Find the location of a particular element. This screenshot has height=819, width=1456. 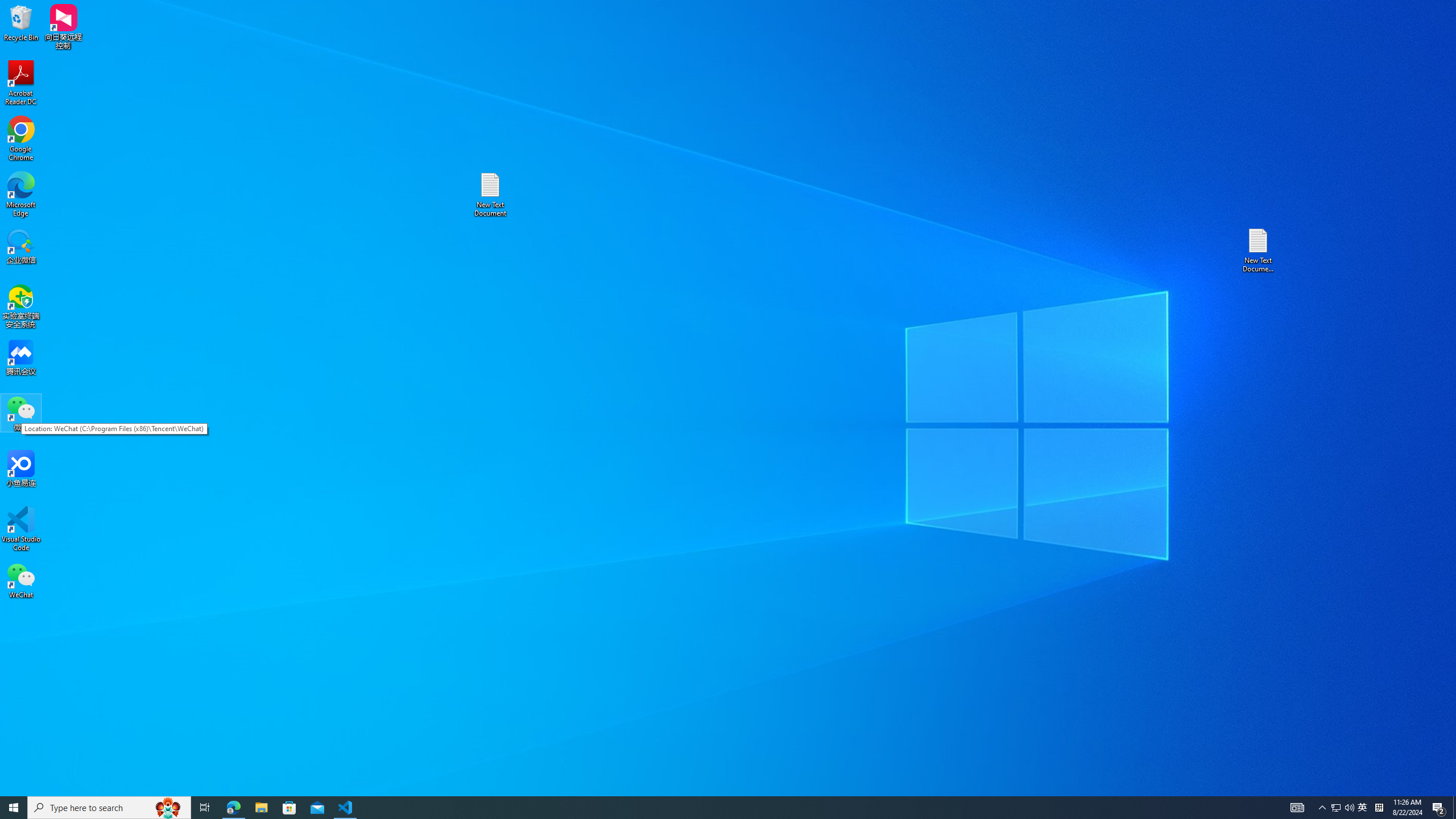

'Type here to search' is located at coordinates (109, 806).